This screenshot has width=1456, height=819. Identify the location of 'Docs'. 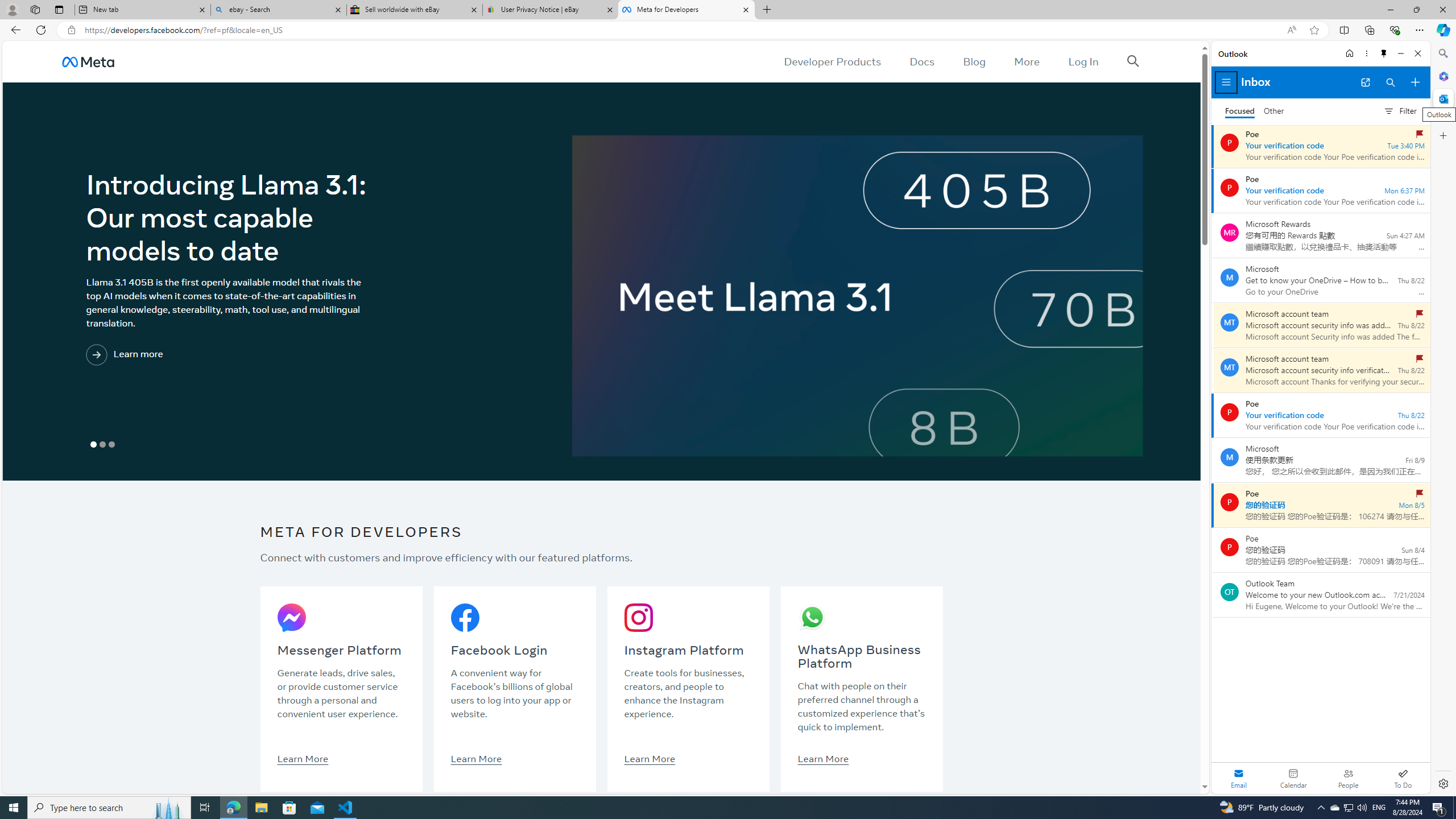
(922, 61).